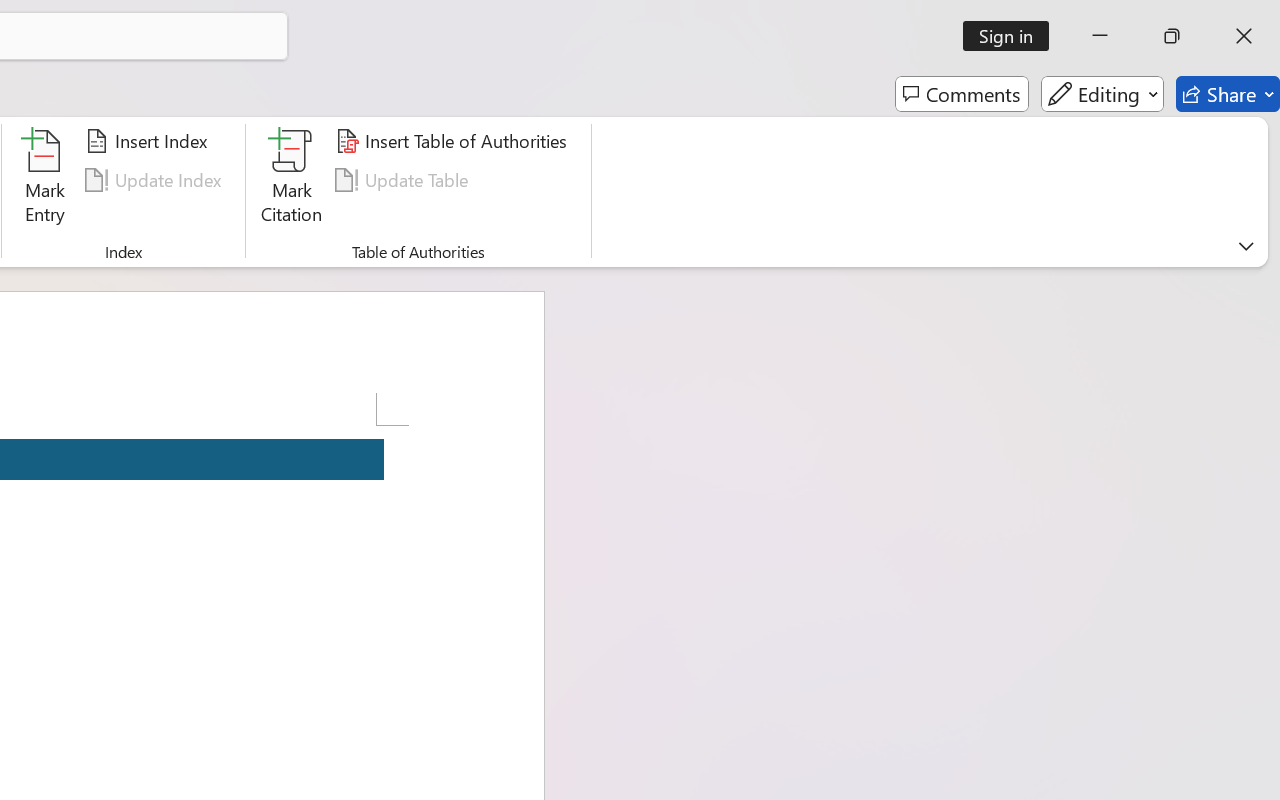 Image resolution: width=1280 pixels, height=800 pixels. I want to click on 'Mark Citation...', so click(291, 179).